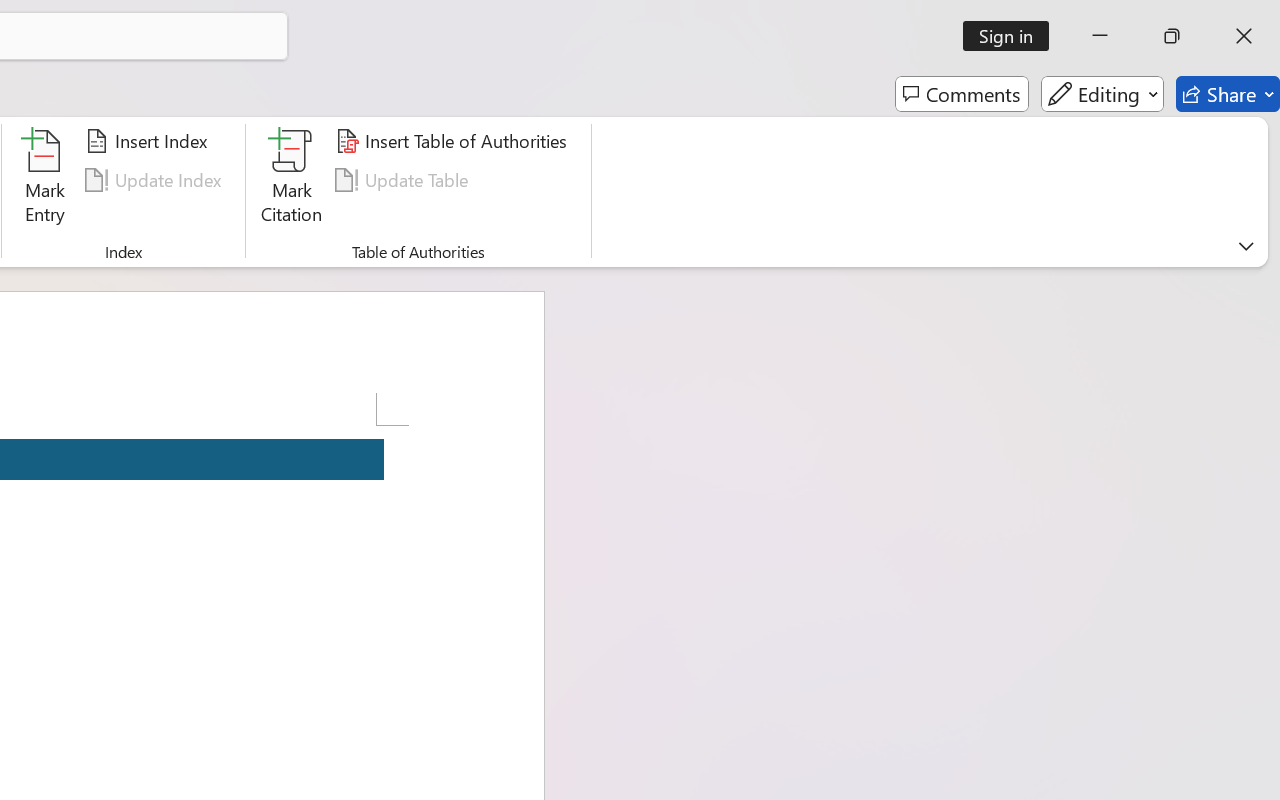 Image resolution: width=1280 pixels, height=800 pixels. I want to click on 'Mark Citation...', so click(291, 179).